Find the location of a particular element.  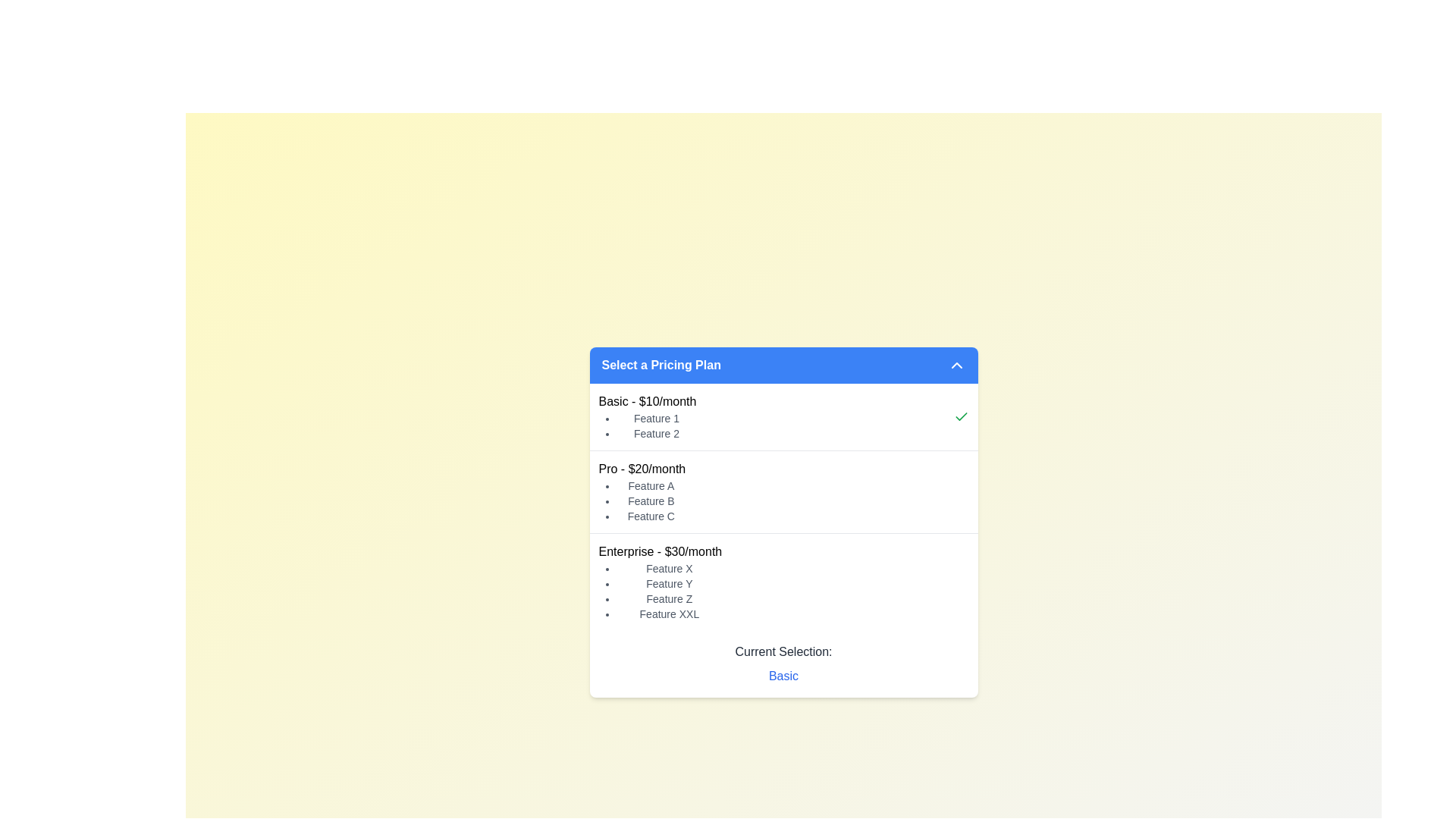

header text displaying 'Enterprise - $30/month', which is in bold and serves as the title for the Enterprise pricing plan, located at the coordinates provided is located at coordinates (660, 552).